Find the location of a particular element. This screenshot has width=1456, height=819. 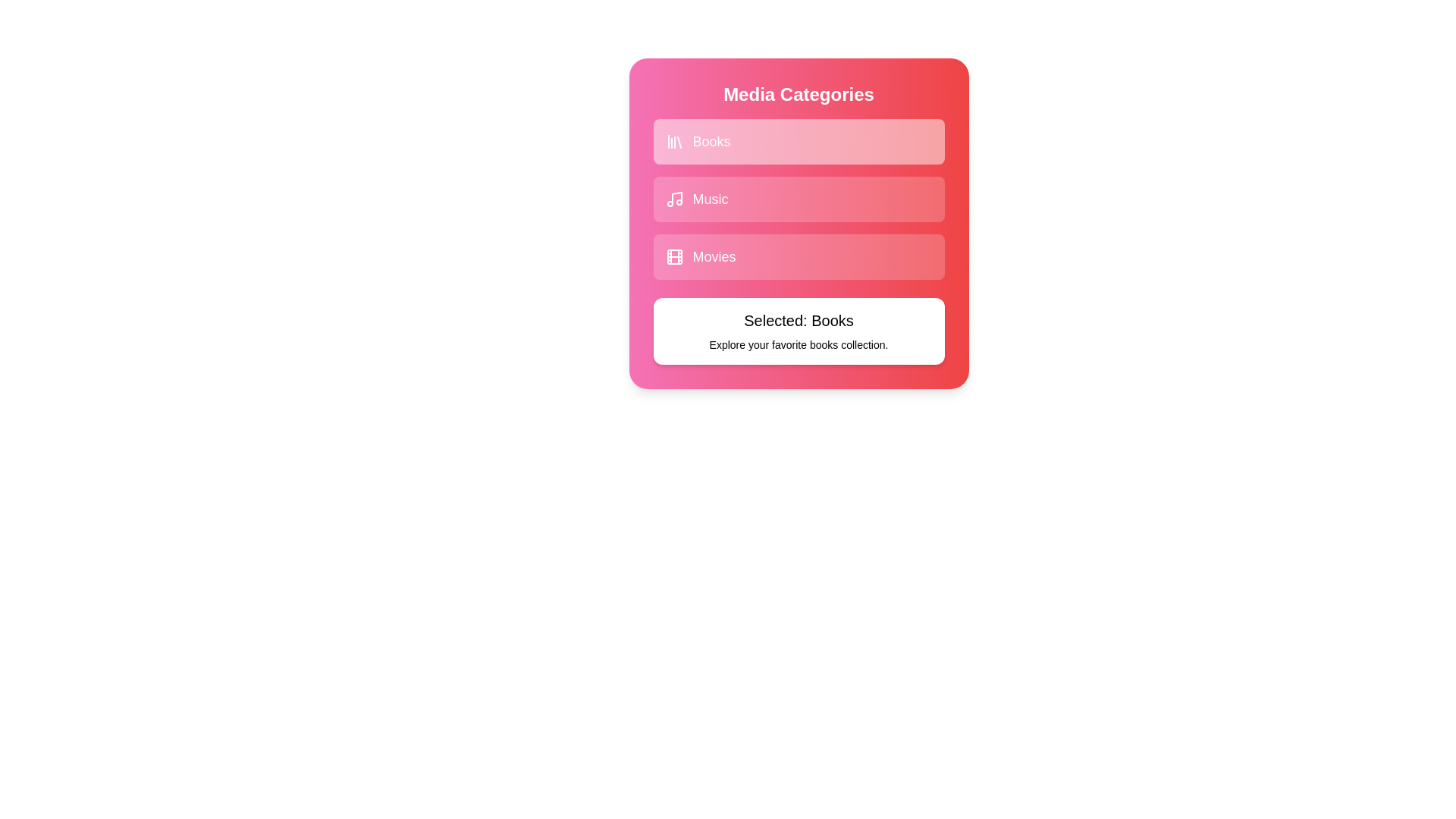

the 'Music' category to select it is located at coordinates (798, 198).